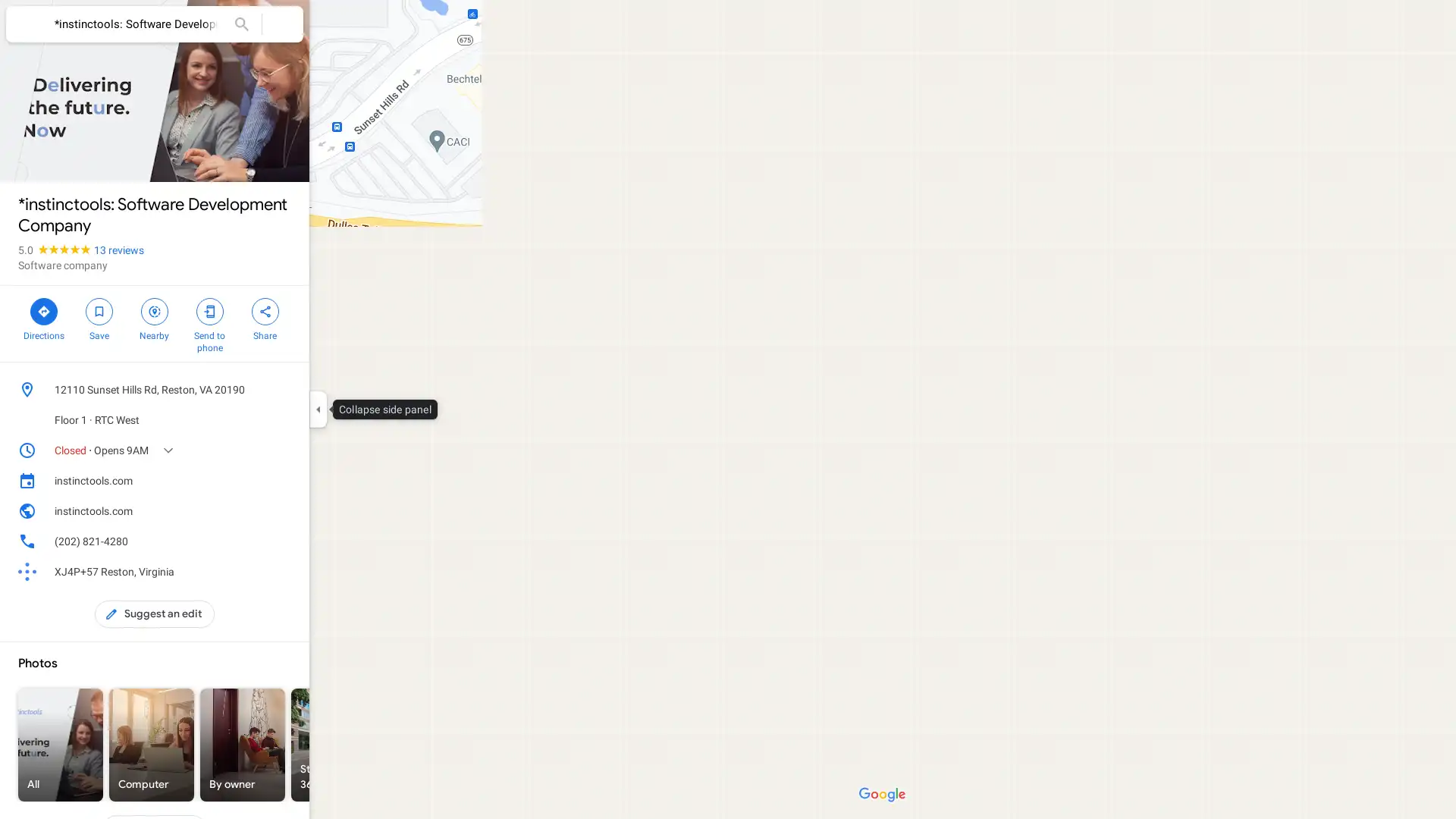 The width and height of the screenshot is (1456, 819). Describe the element at coordinates (118, 249) in the screenshot. I see `13 reviews` at that location.